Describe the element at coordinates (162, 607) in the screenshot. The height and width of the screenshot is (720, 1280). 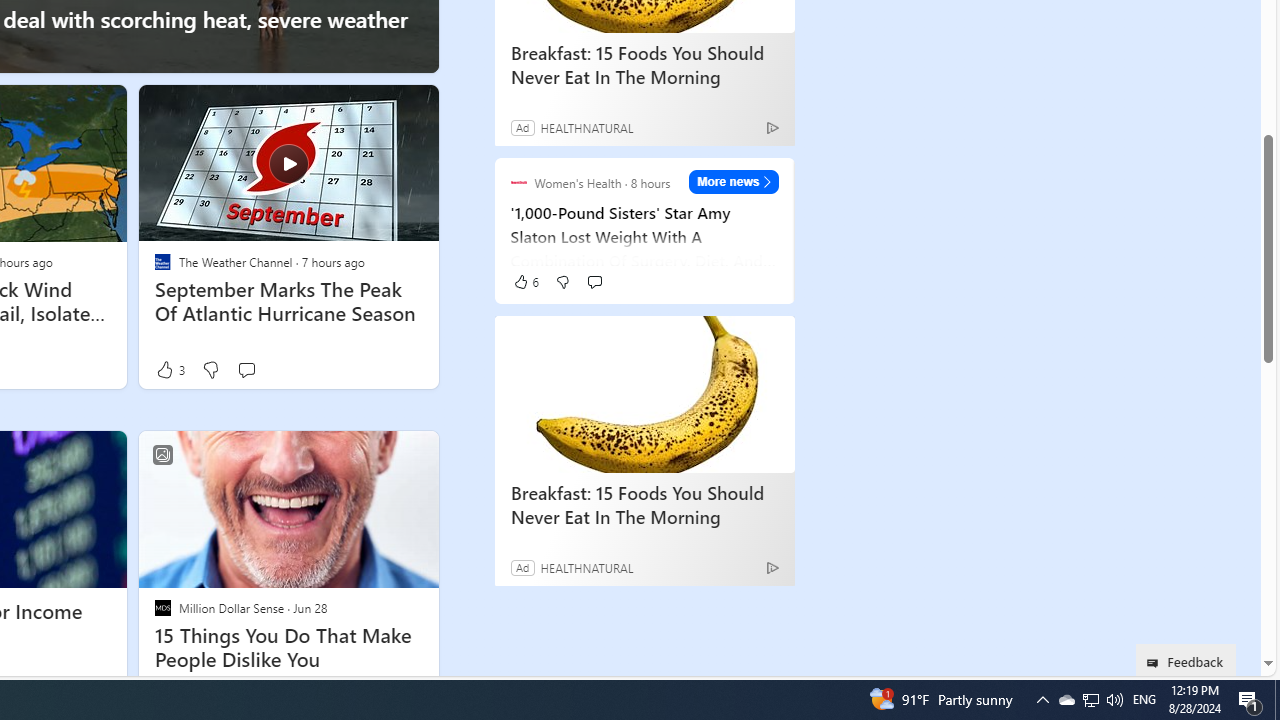
I see `'Million Dollar Sense'` at that location.